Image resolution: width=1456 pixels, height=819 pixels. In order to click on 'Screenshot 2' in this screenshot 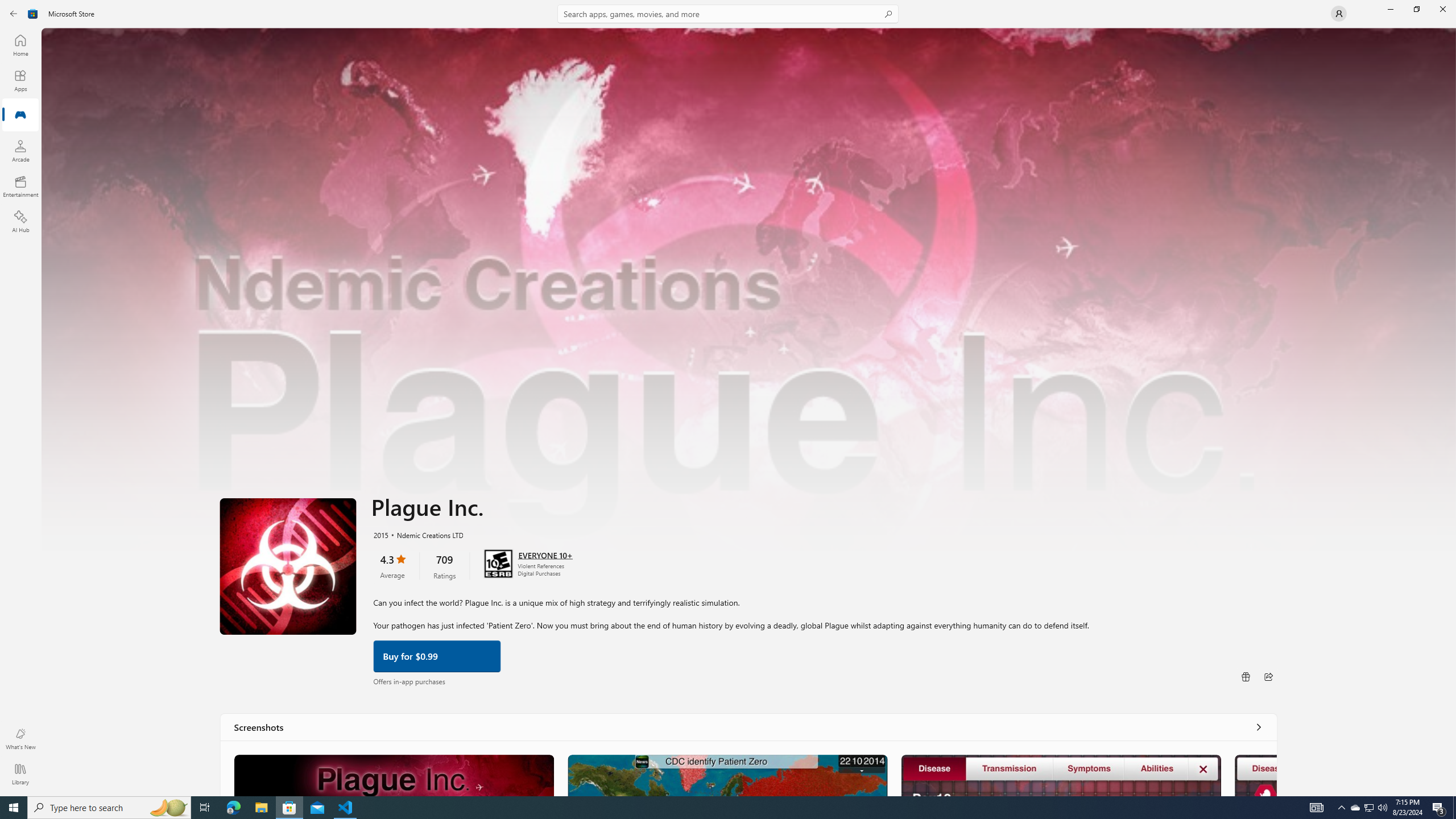, I will do `click(726, 775)`.